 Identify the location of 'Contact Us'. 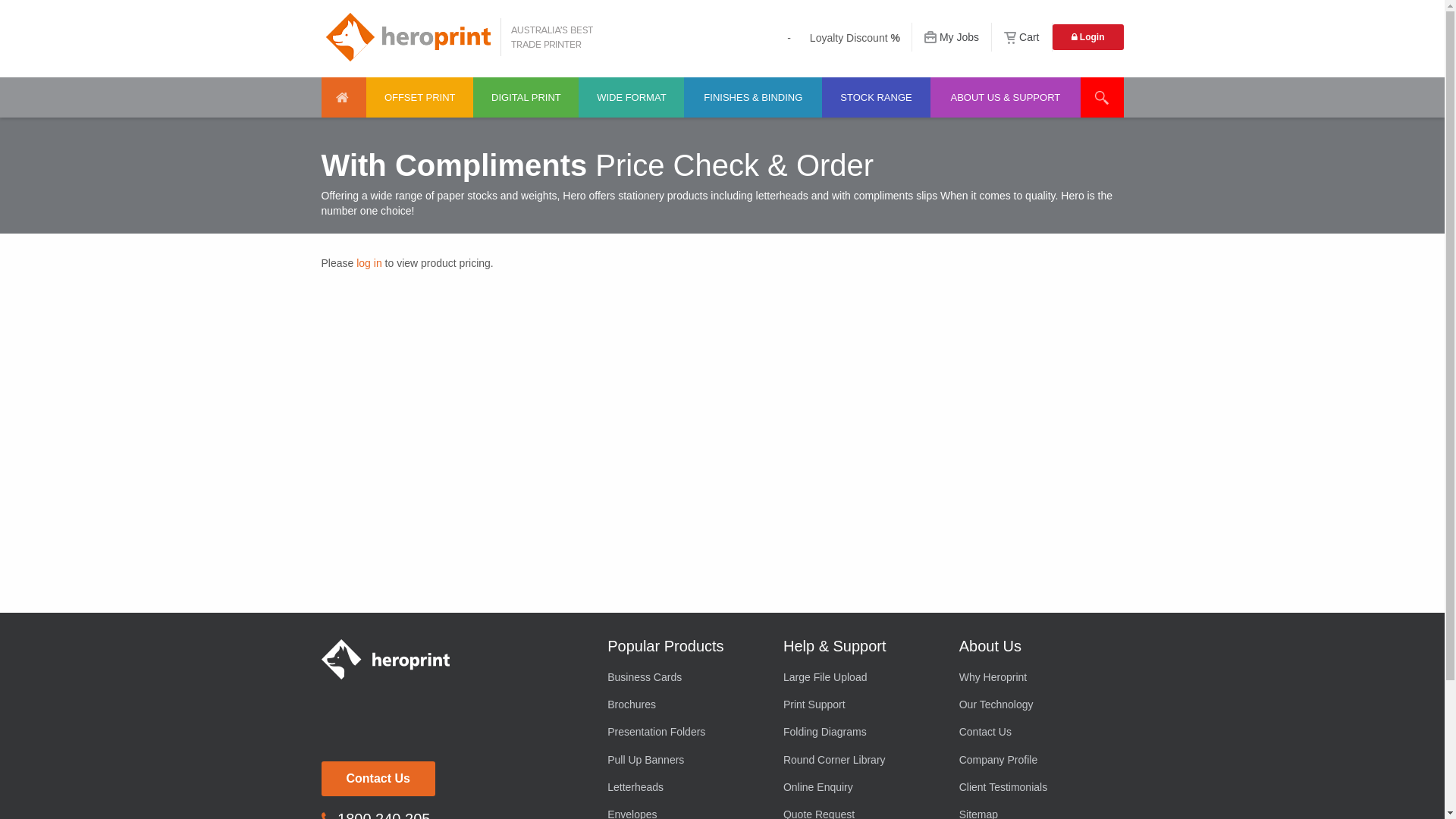
(1035, 730).